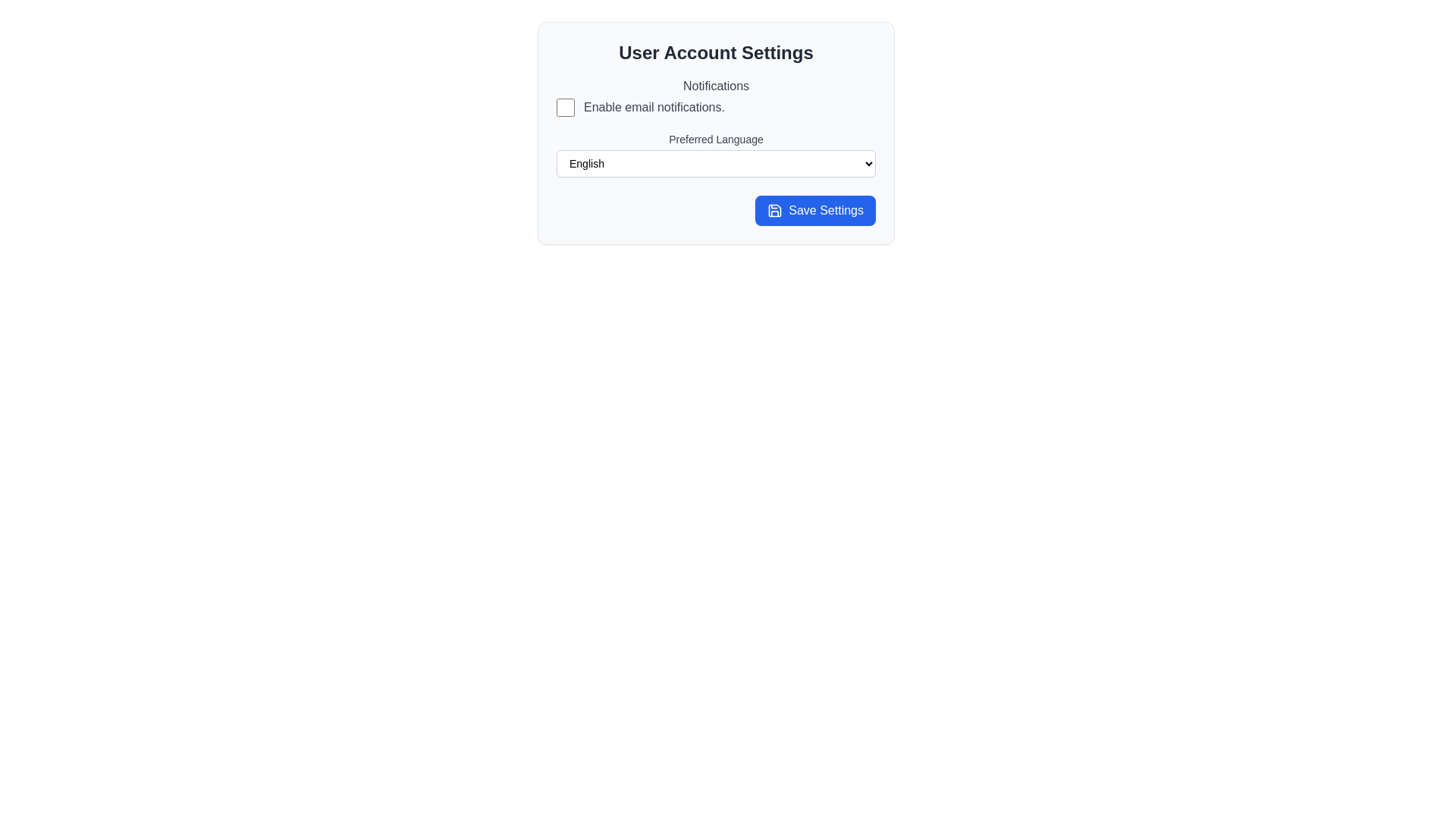 The height and width of the screenshot is (819, 1456). Describe the element at coordinates (715, 107) in the screenshot. I see `the label 'Enable email notifications.'` at that location.